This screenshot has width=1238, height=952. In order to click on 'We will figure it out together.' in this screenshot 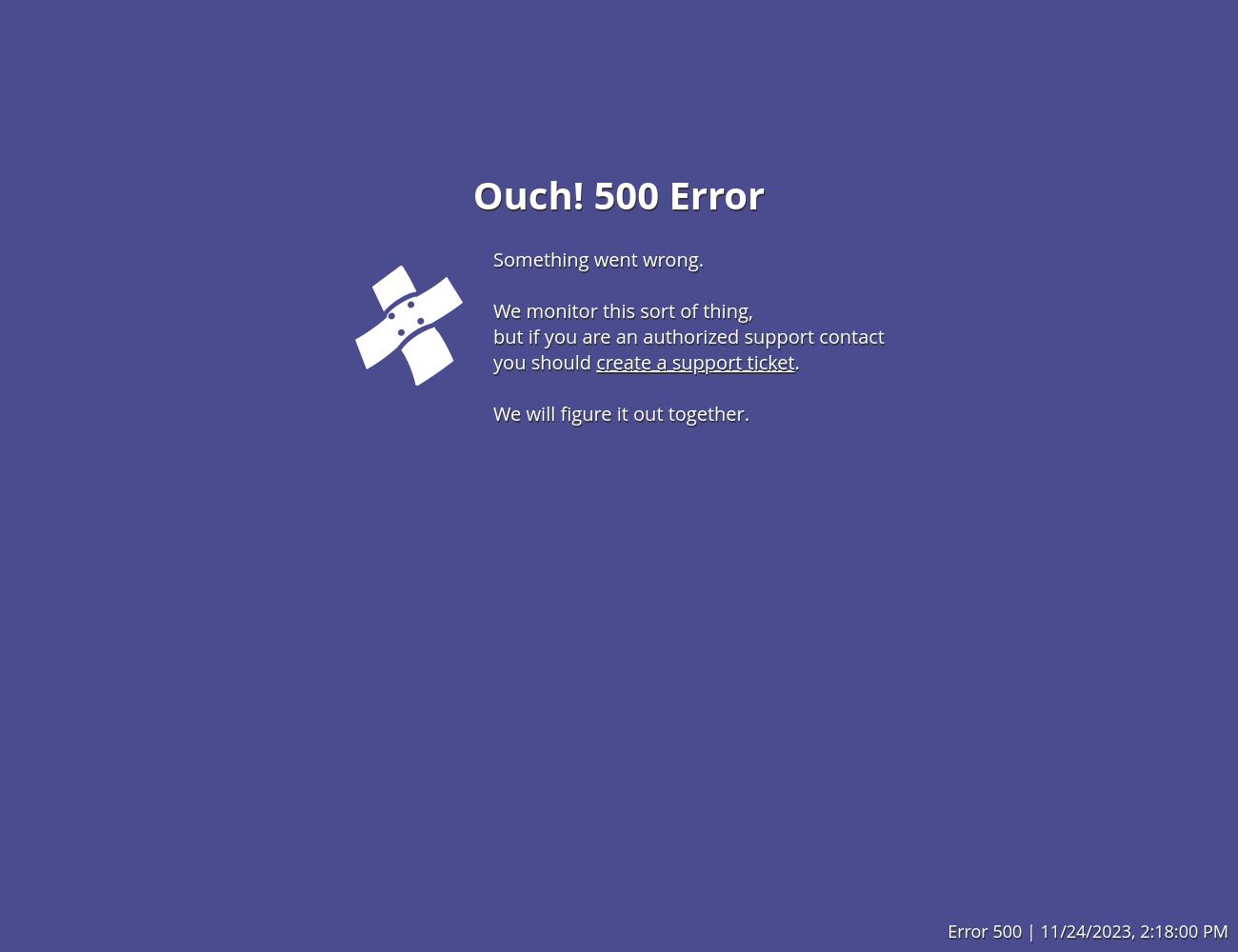, I will do `click(620, 412)`.